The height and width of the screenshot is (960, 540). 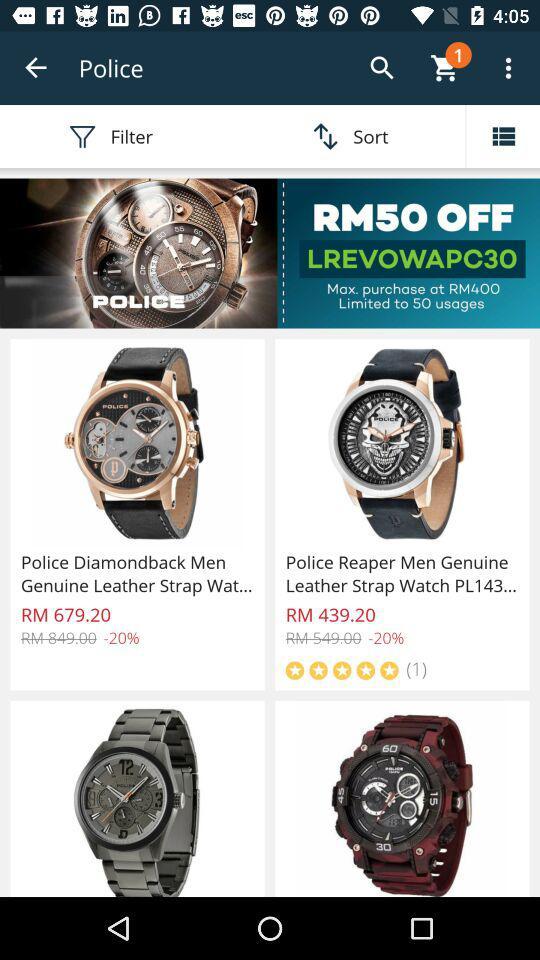 What do you see at coordinates (36, 68) in the screenshot?
I see `the icon next to police app` at bounding box center [36, 68].